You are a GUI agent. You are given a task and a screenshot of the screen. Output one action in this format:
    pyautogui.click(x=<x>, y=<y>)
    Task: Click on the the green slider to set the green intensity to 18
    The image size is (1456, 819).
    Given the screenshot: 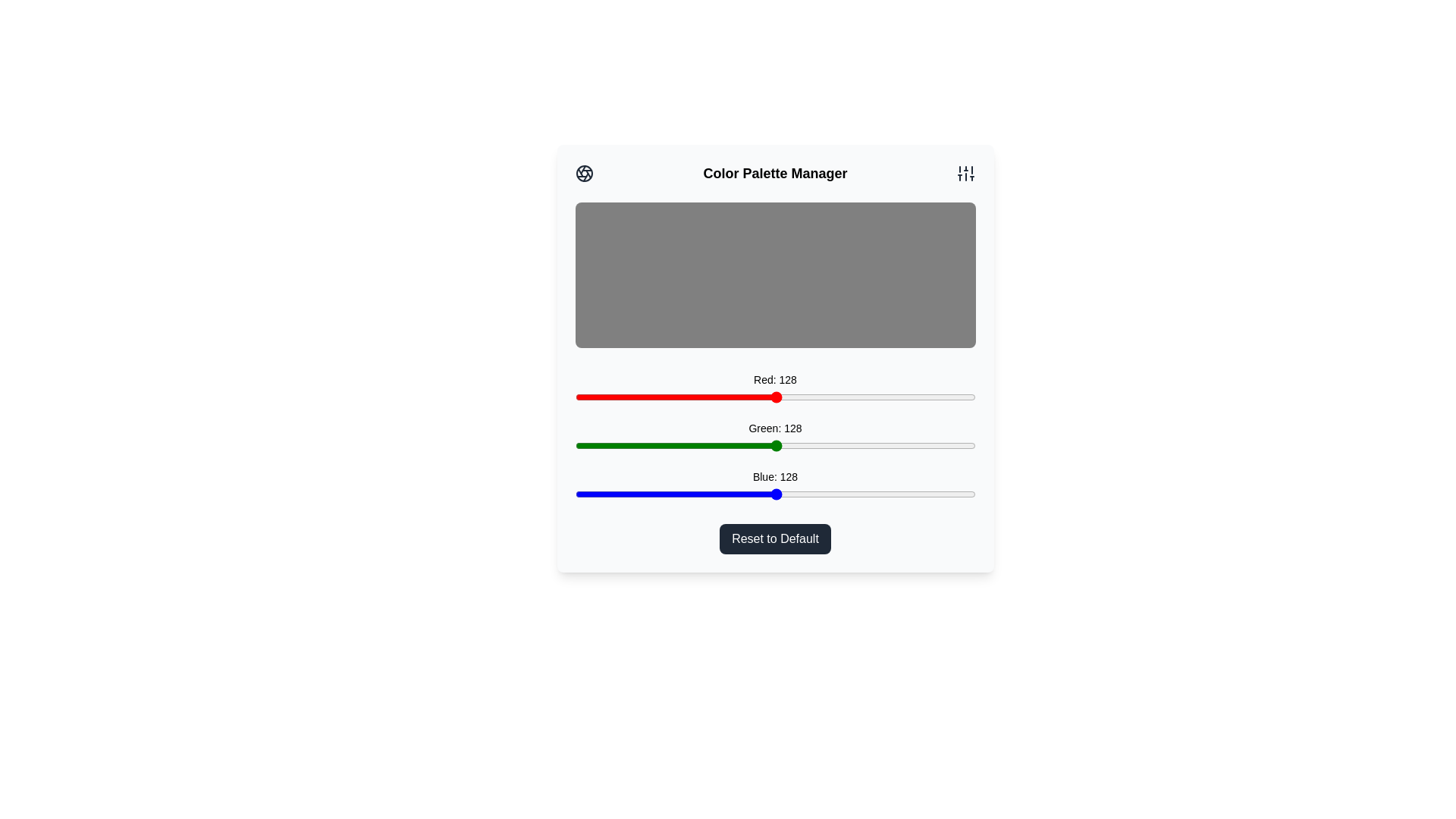 What is the action you would take?
    pyautogui.click(x=602, y=444)
    